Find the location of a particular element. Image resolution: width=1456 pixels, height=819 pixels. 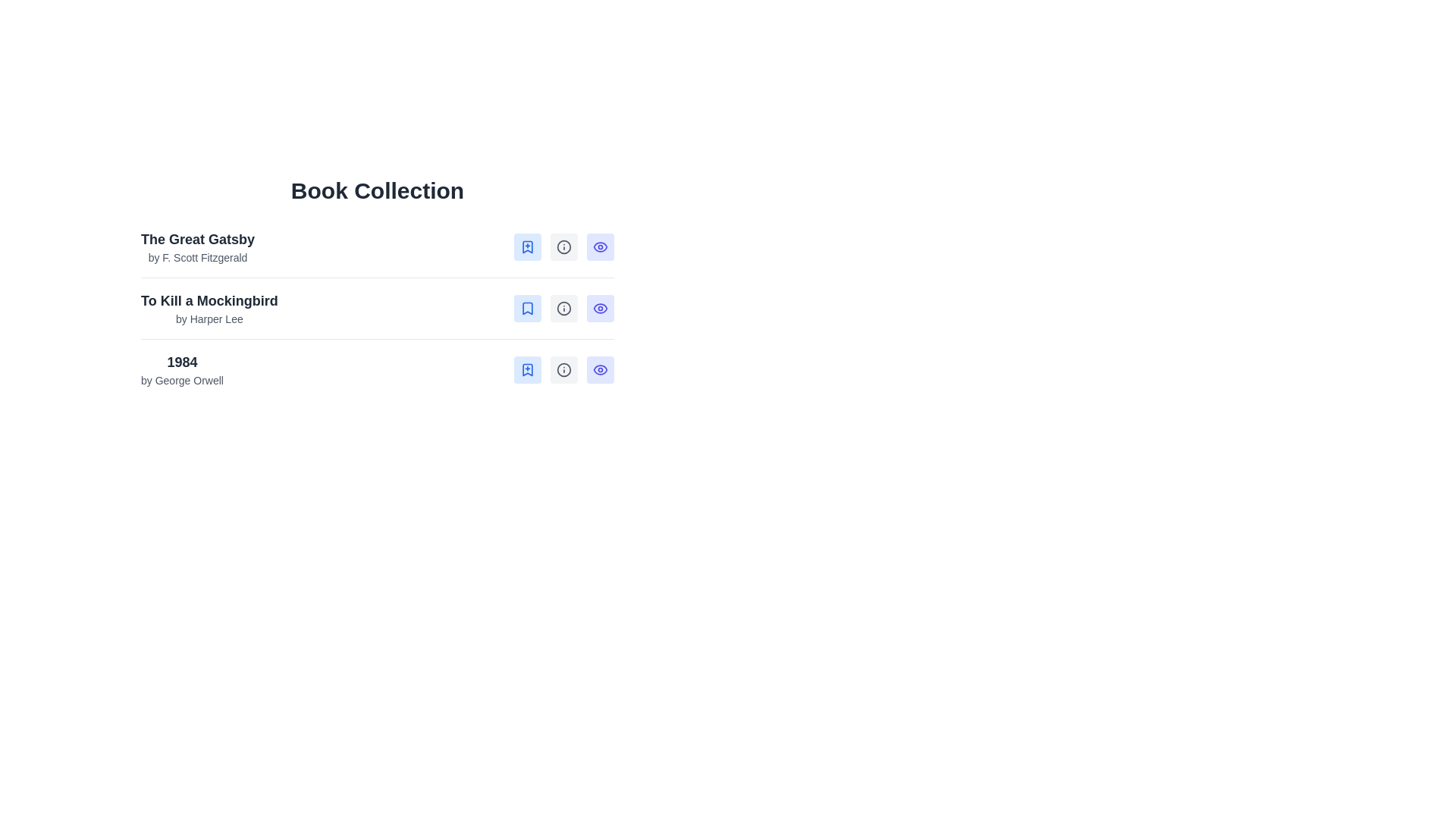

the static text label displaying the author's name for the book '1984', located below the title in the book information list is located at coordinates (182, 379).